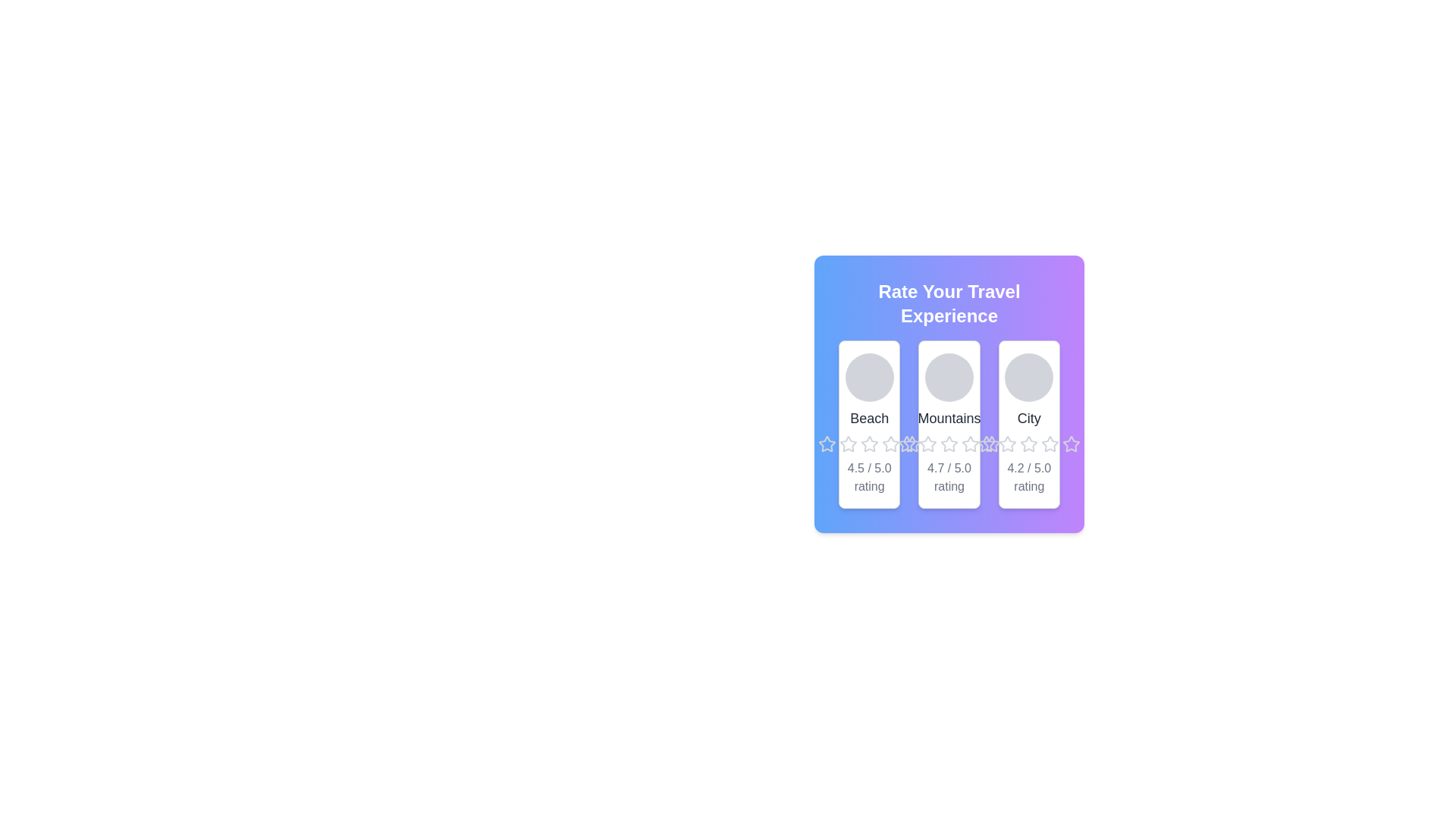 This screenshot has height=819, width=1456. Describe the element at coordinates (826, 444) in the screenshot. I see `the leftmost star-shaped icon in the rating system under the 'Beach' rating card to interact with the rating mechanism` at that location.